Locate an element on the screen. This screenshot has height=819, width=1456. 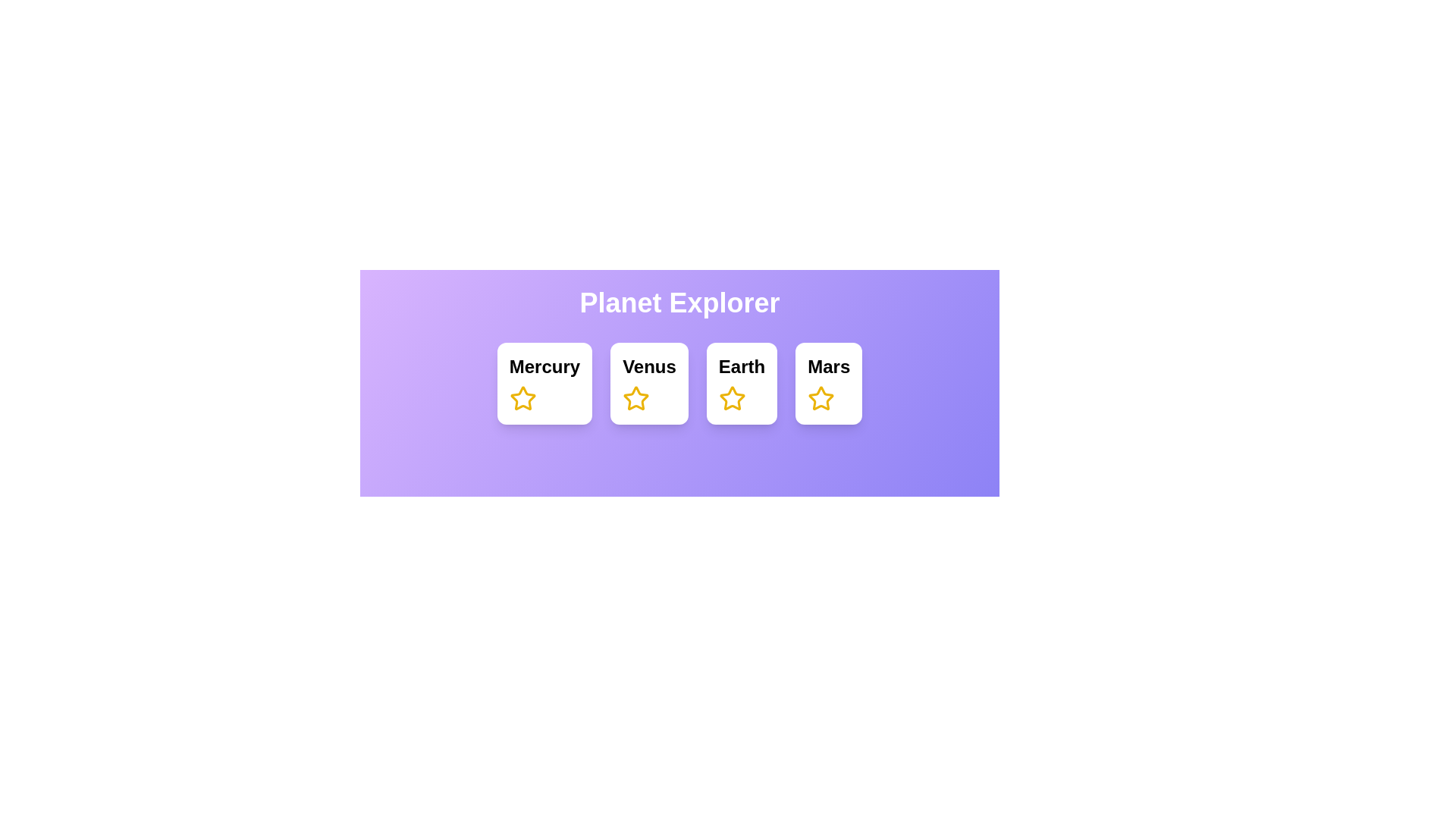
the star icon within the 'Mars' card in the 'Planet Explorer' section is located at coordinates (821, 397).